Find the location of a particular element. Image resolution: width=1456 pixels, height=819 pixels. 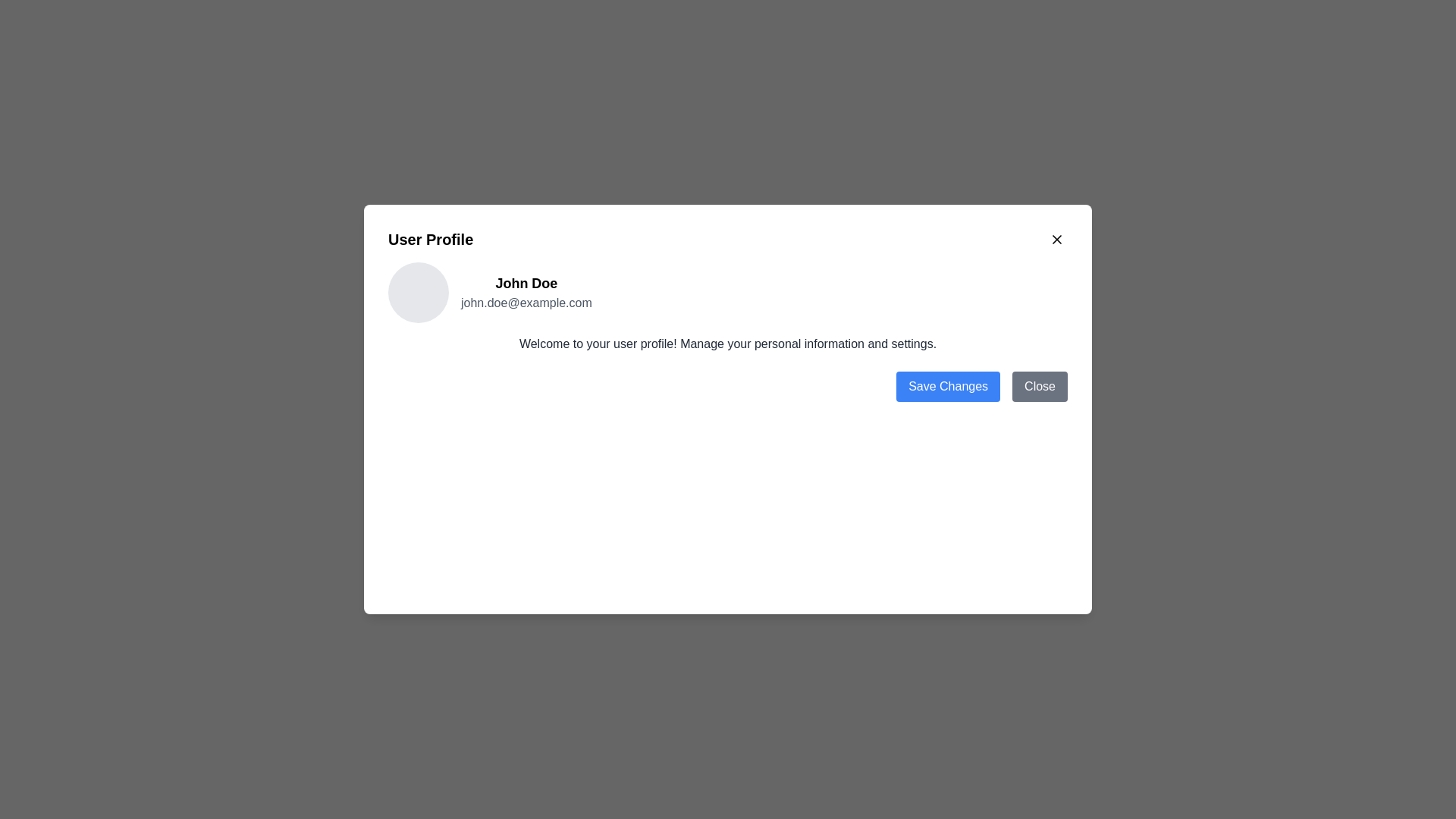

the 'Close' button, which is a rectangular button with white text on a grey background, located in the bottom-right section of the modal dialog is located at coordinates (1039, 385).